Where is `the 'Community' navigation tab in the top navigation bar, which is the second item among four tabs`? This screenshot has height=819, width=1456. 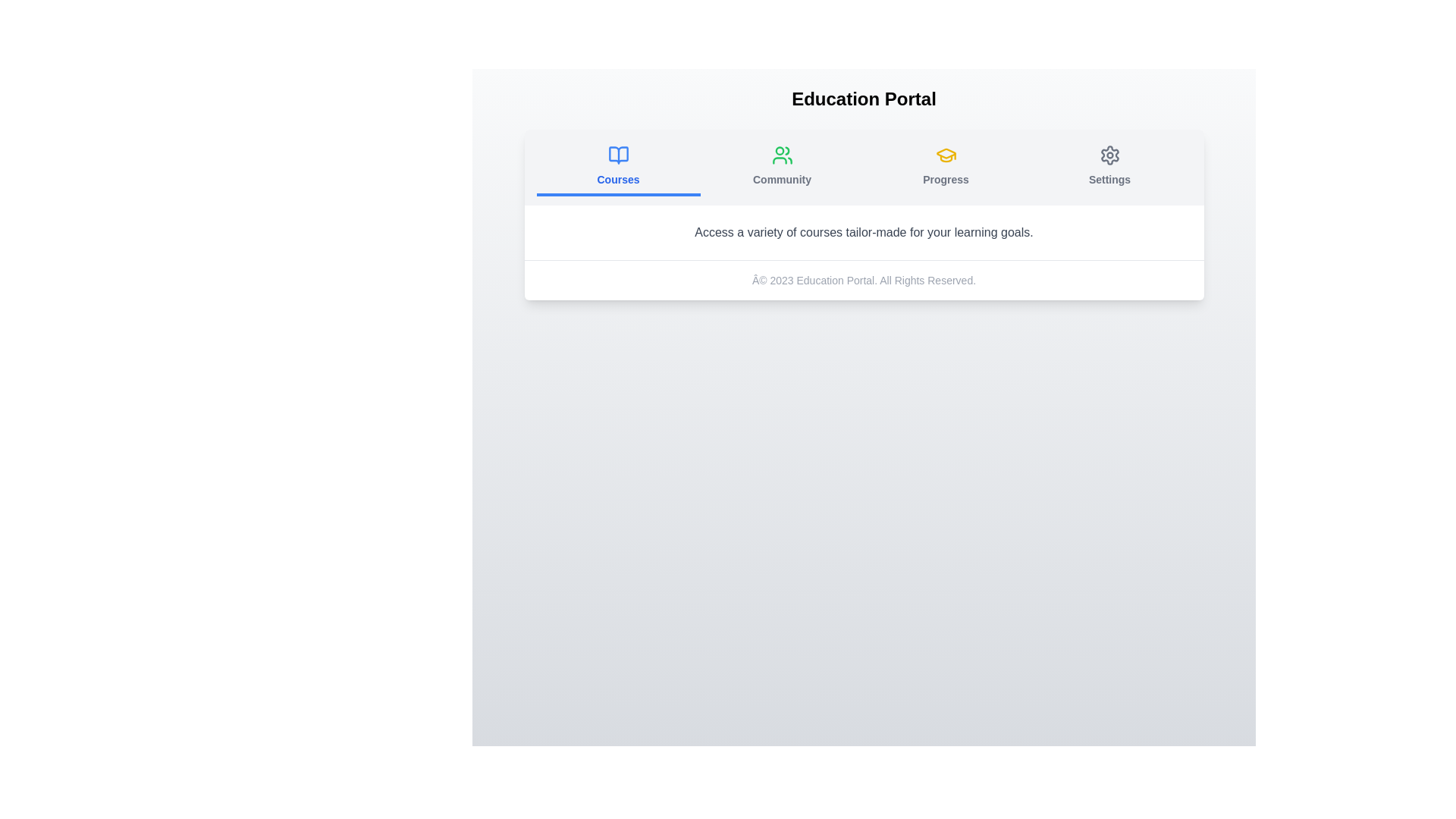 the 'Community' navigation tab in the top navigation bar, which is the second item among four tabs is located at coordinates (782, 166).